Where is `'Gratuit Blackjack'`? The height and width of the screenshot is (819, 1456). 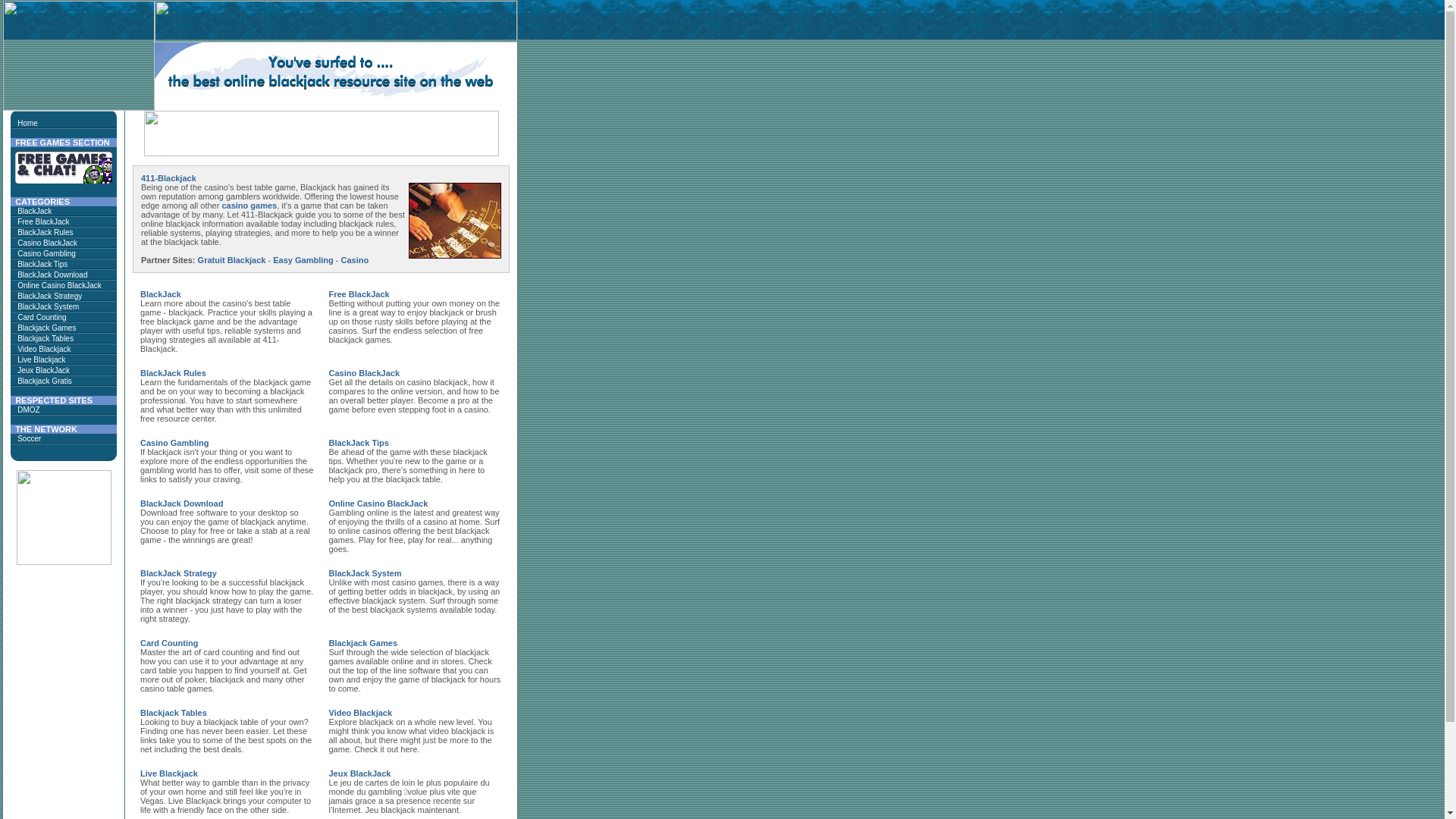
'Gratuit Blackjack' is located at coordinates (231, 259).